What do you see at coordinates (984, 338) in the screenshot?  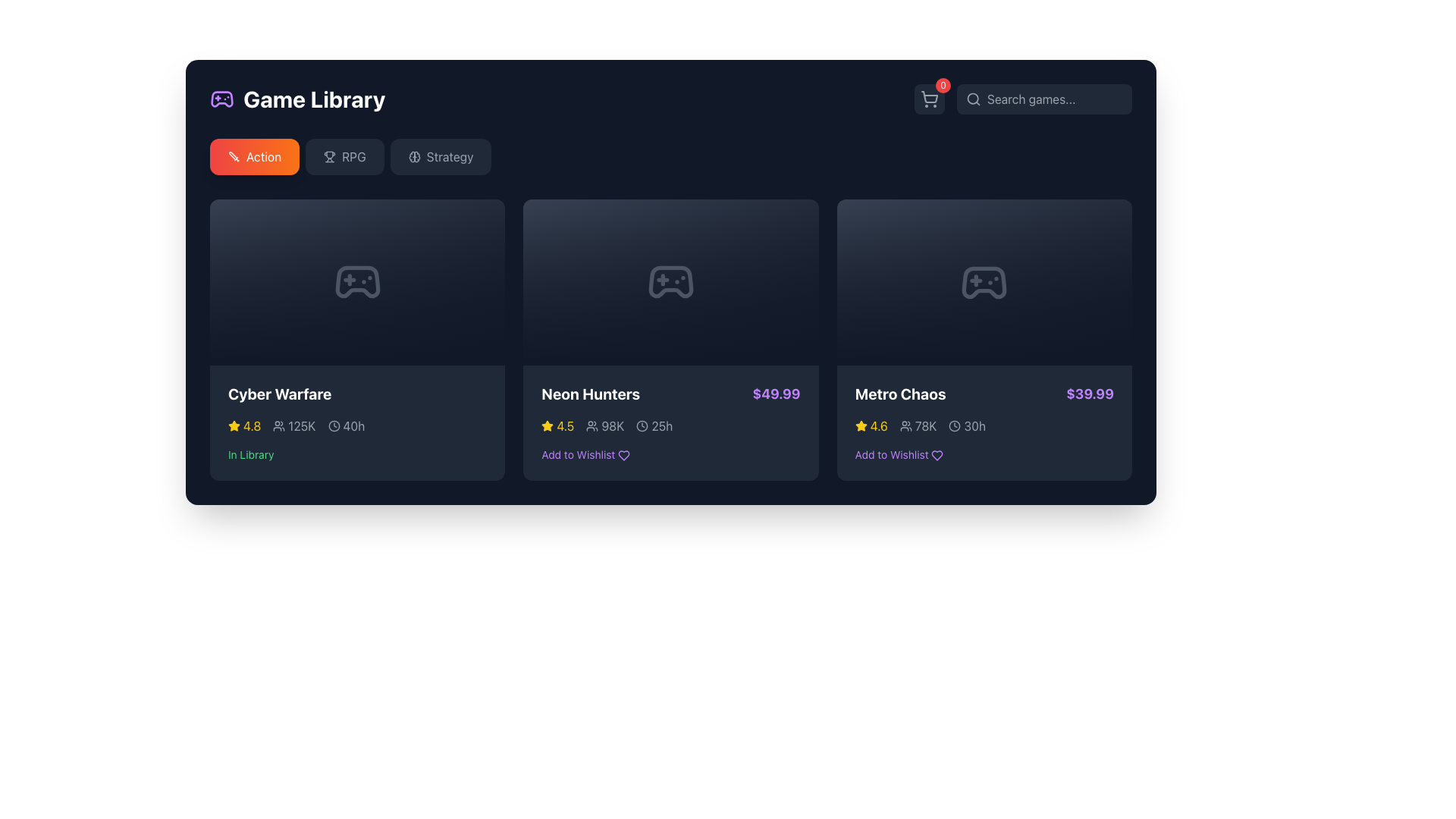 I see `the game details card located in the third column under 'Game Library'` at bounding box center [984, 338].